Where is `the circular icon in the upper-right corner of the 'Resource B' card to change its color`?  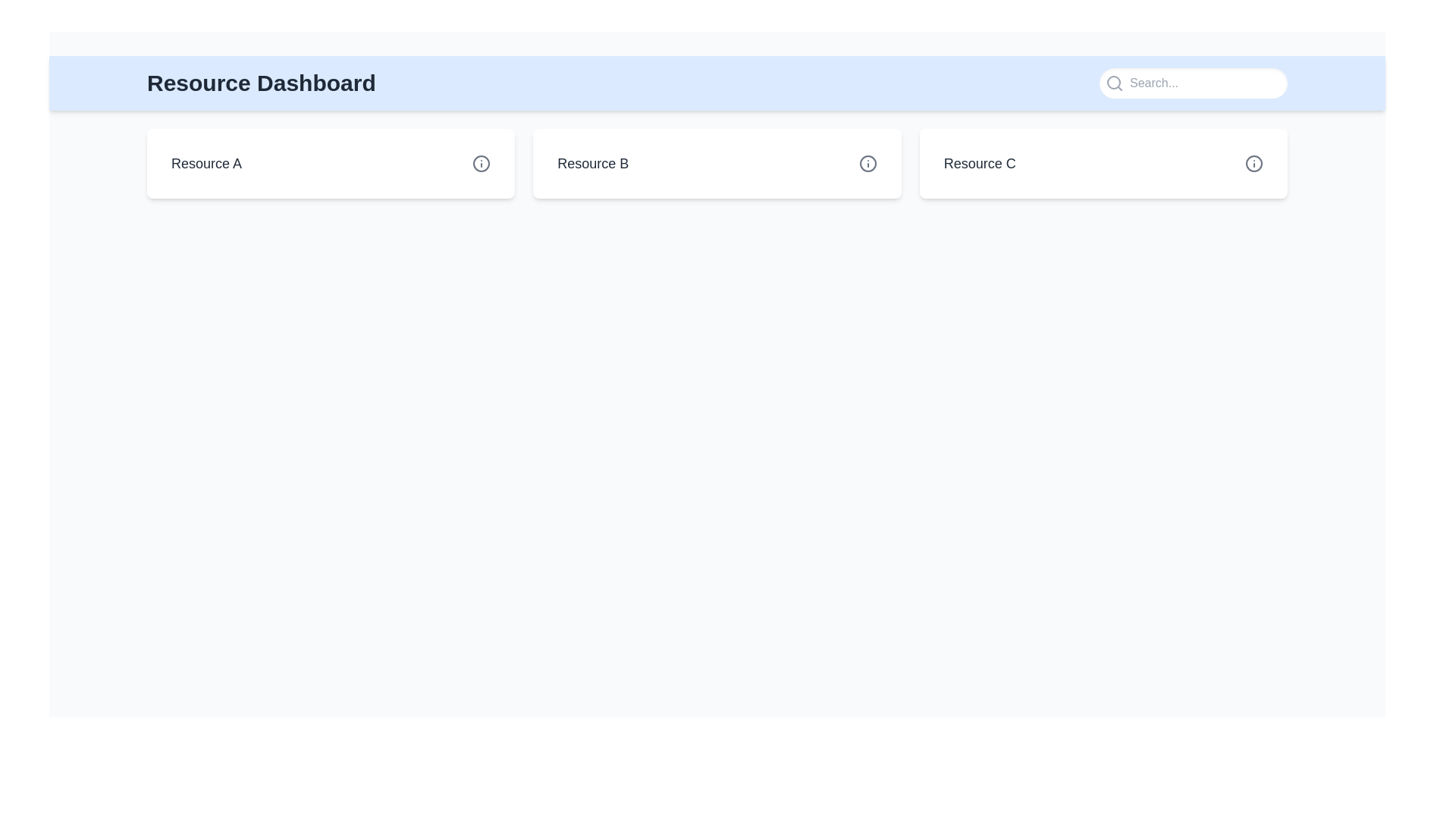
the circular icon in the upper-right corner of the 'Resource B' card to change its color is located at coordinates (868, 164).